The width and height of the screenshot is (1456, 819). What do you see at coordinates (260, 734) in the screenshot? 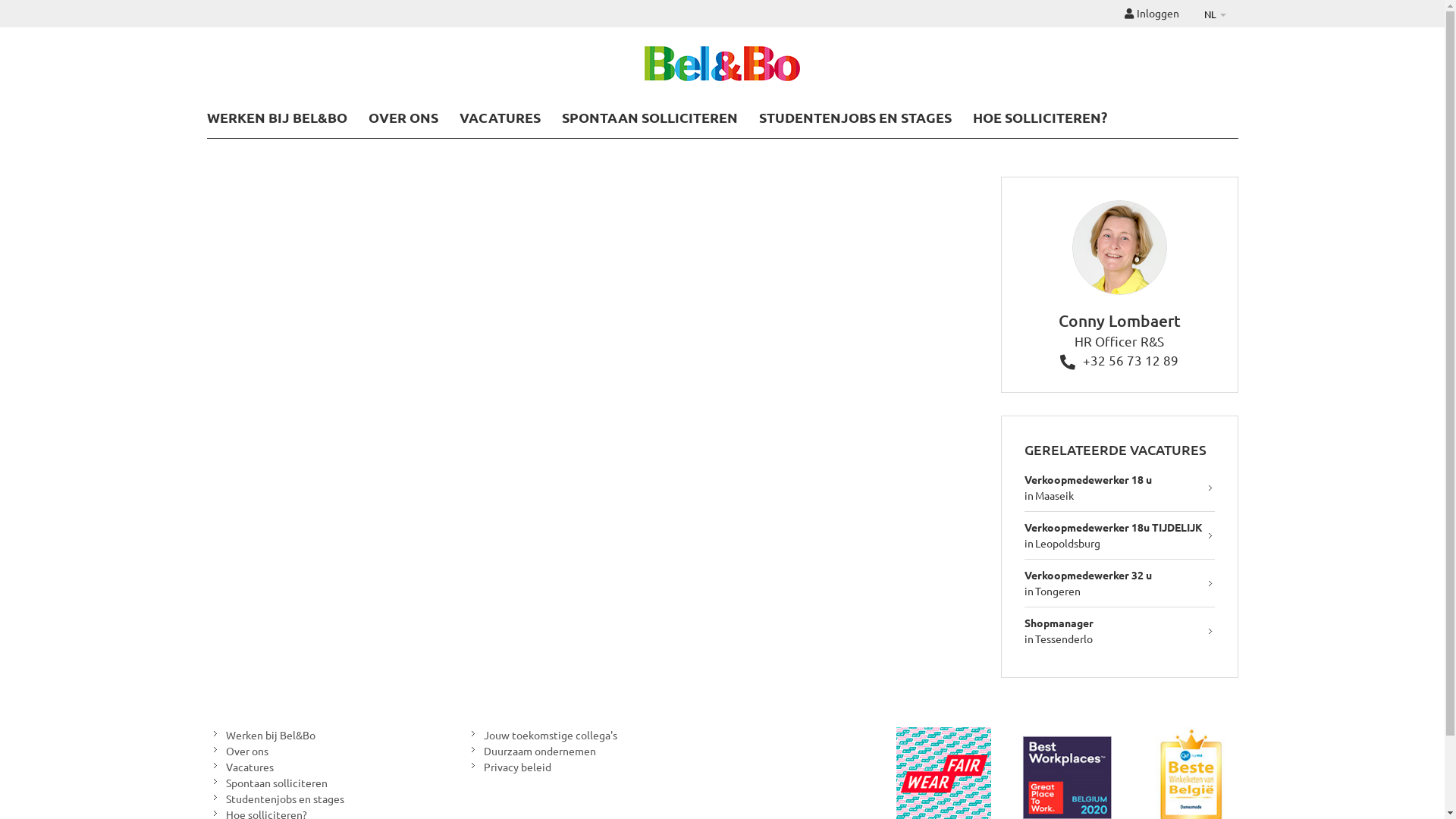
I see `'Werken bij Bel&Bo'` at bounding box center [260, 734].